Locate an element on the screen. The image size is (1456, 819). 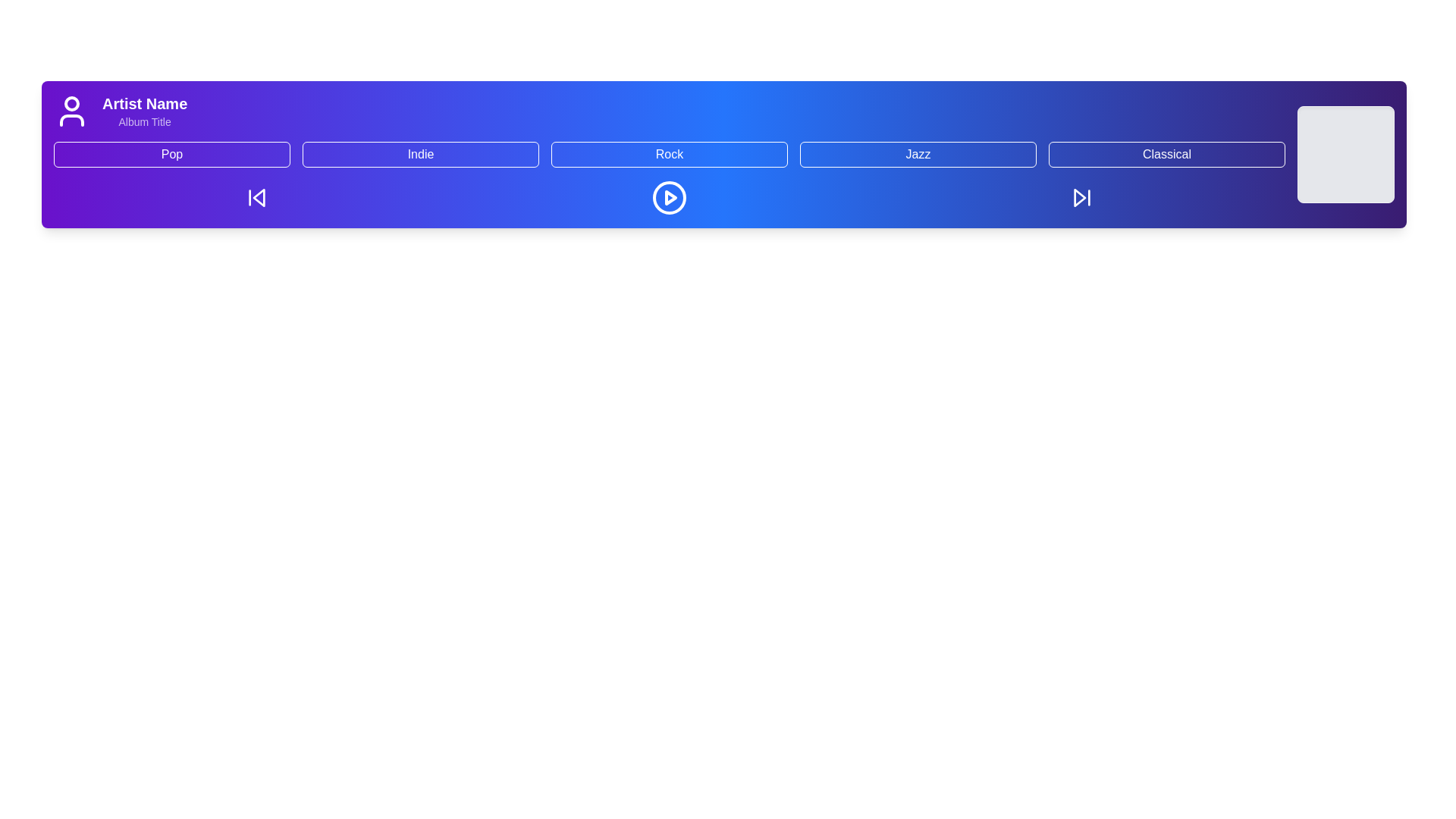
the text label displaying 'Album Title' in light grey, located below 'Artist Name' on a purple background is located at coordinates (145, 121).